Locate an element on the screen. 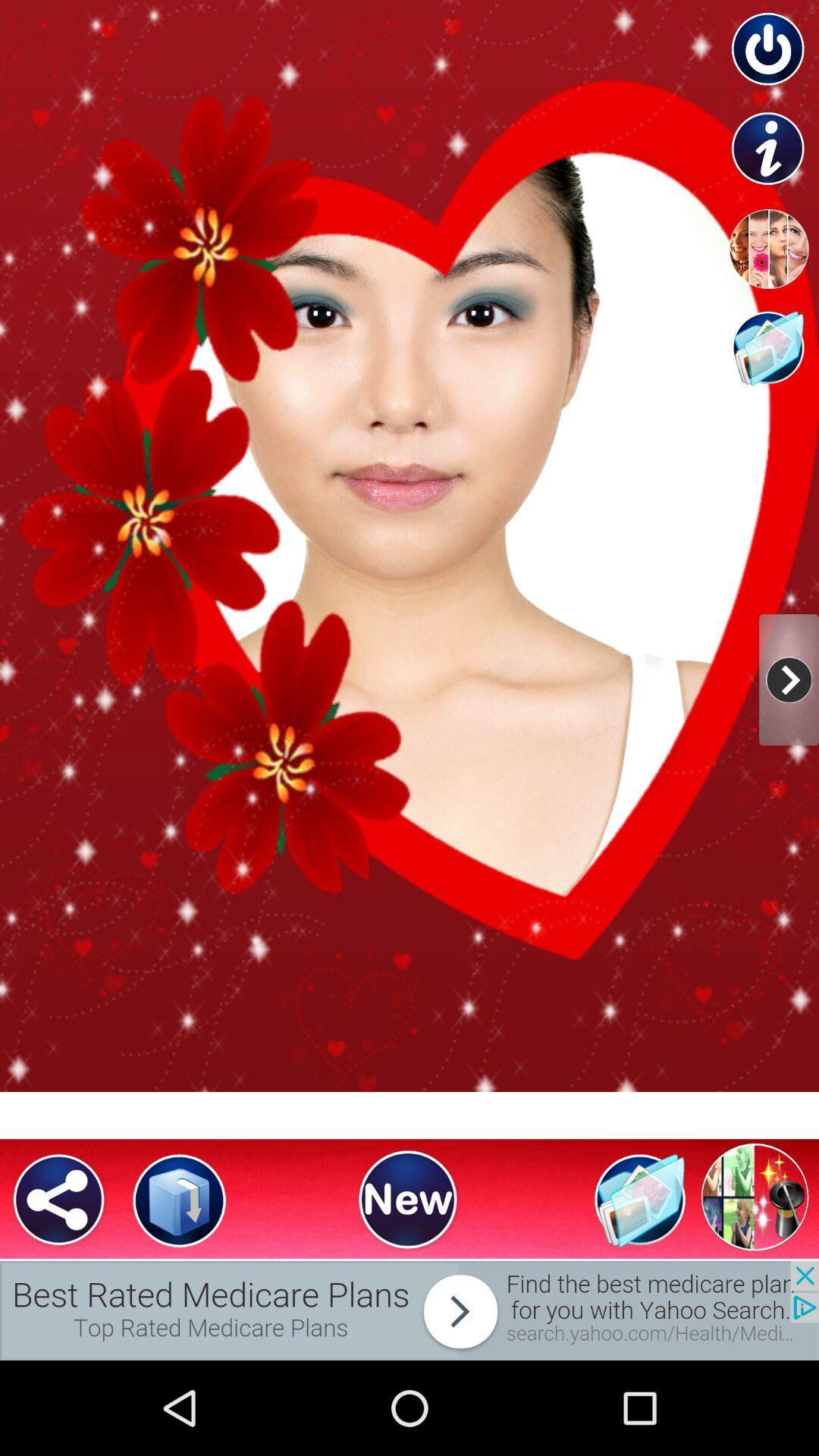 The image size is (819, 1456). advertisement for medicare is located at coordinates (409, 1310).